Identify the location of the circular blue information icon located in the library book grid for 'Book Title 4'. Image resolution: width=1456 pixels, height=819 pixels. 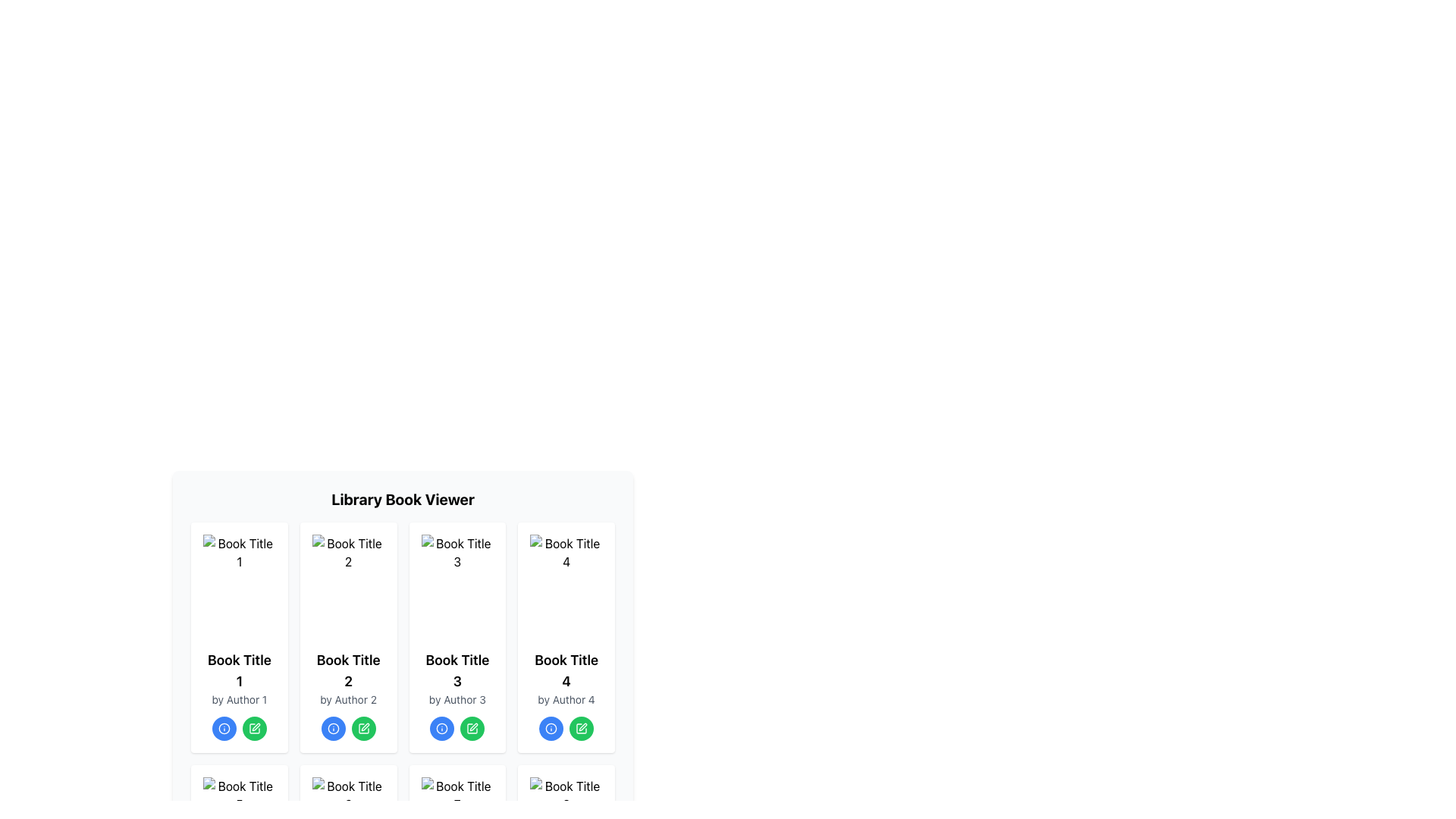
(551, 727).